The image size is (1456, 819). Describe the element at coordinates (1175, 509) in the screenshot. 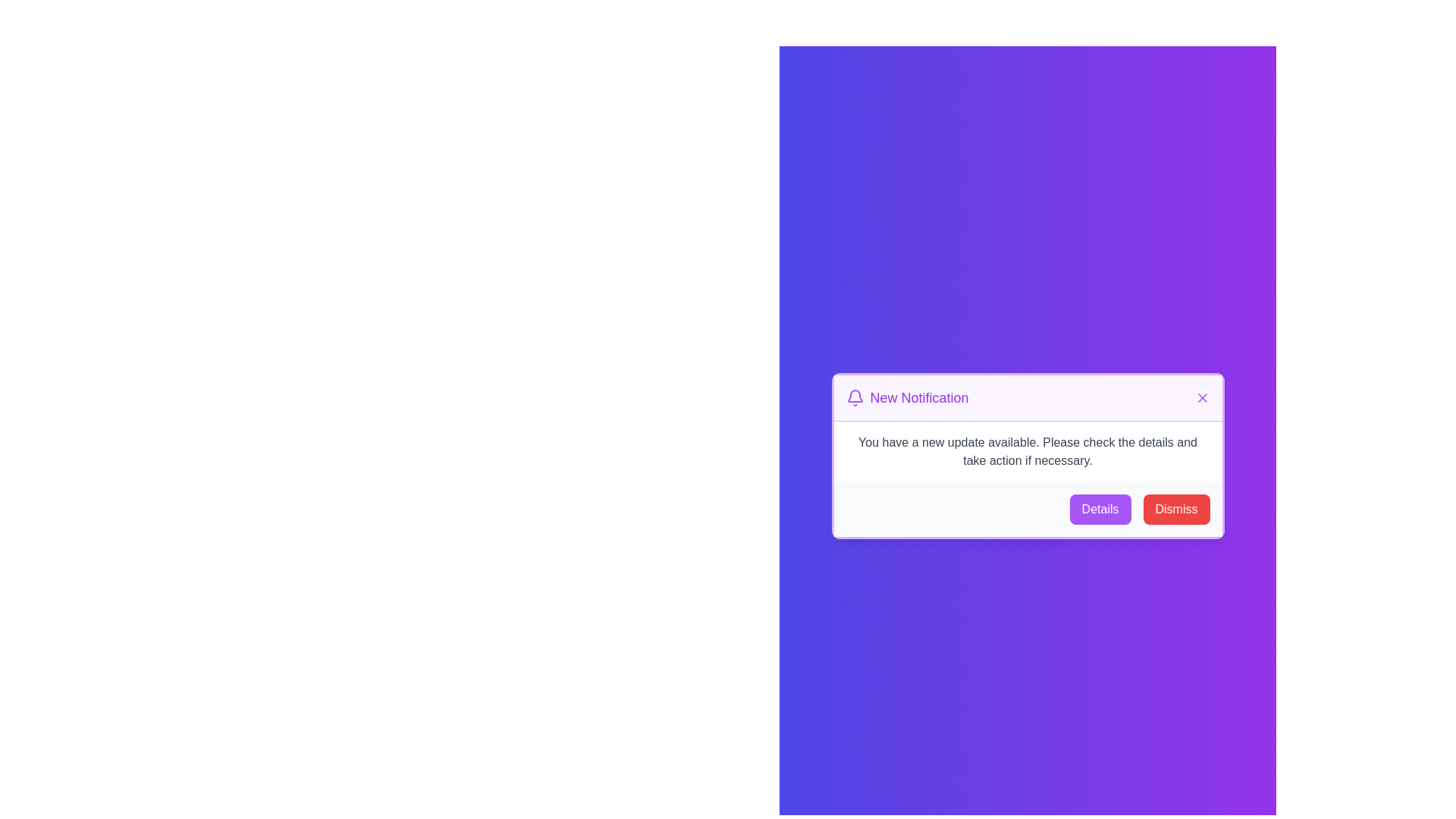

I see `the 'Dismiss' button, which is a red rectangular button with white text in bold, located at the bottom right corner of the notification dialog` at that location.